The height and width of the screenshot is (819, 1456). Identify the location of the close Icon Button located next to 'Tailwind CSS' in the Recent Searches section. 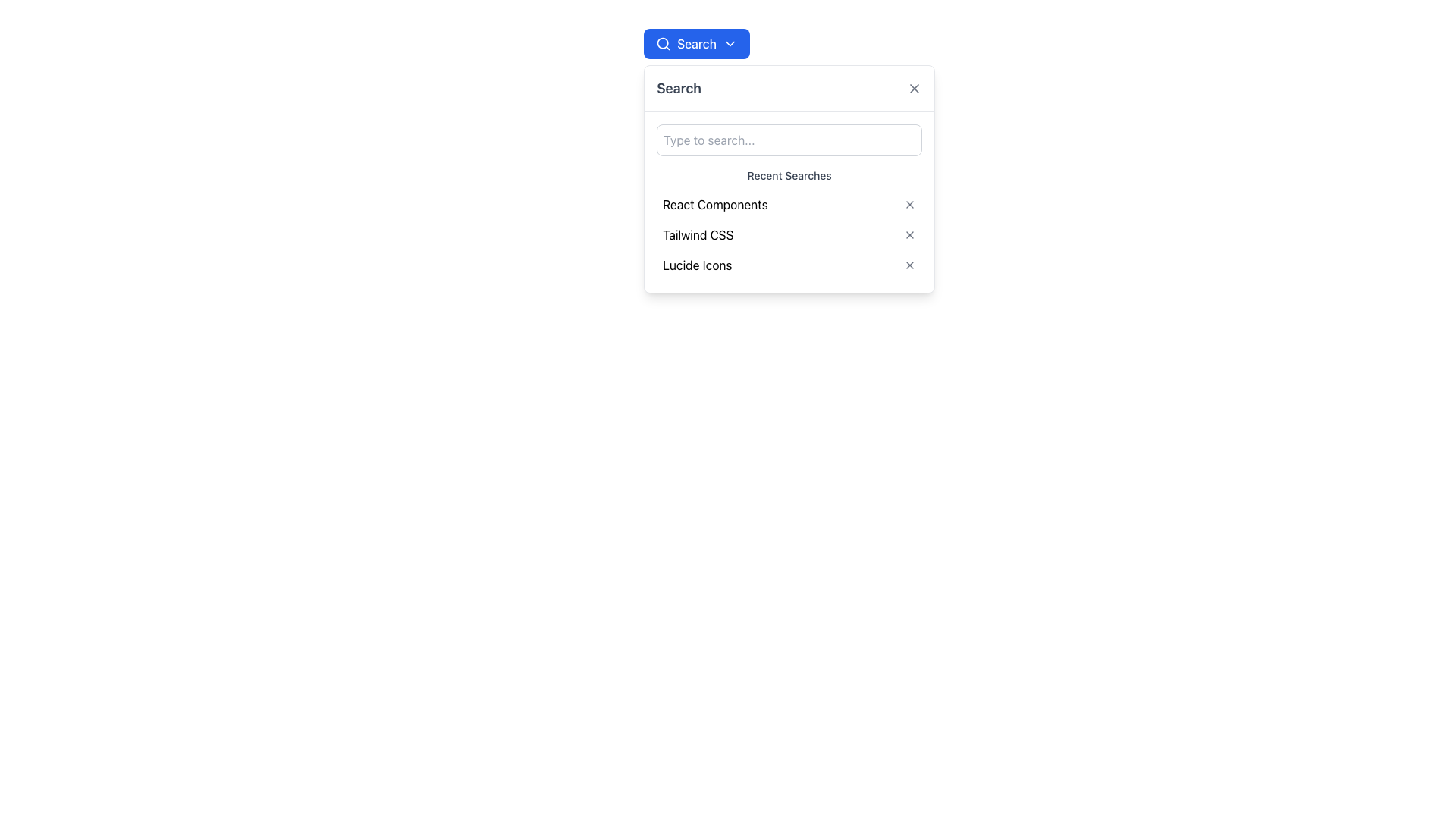
(910, 234).